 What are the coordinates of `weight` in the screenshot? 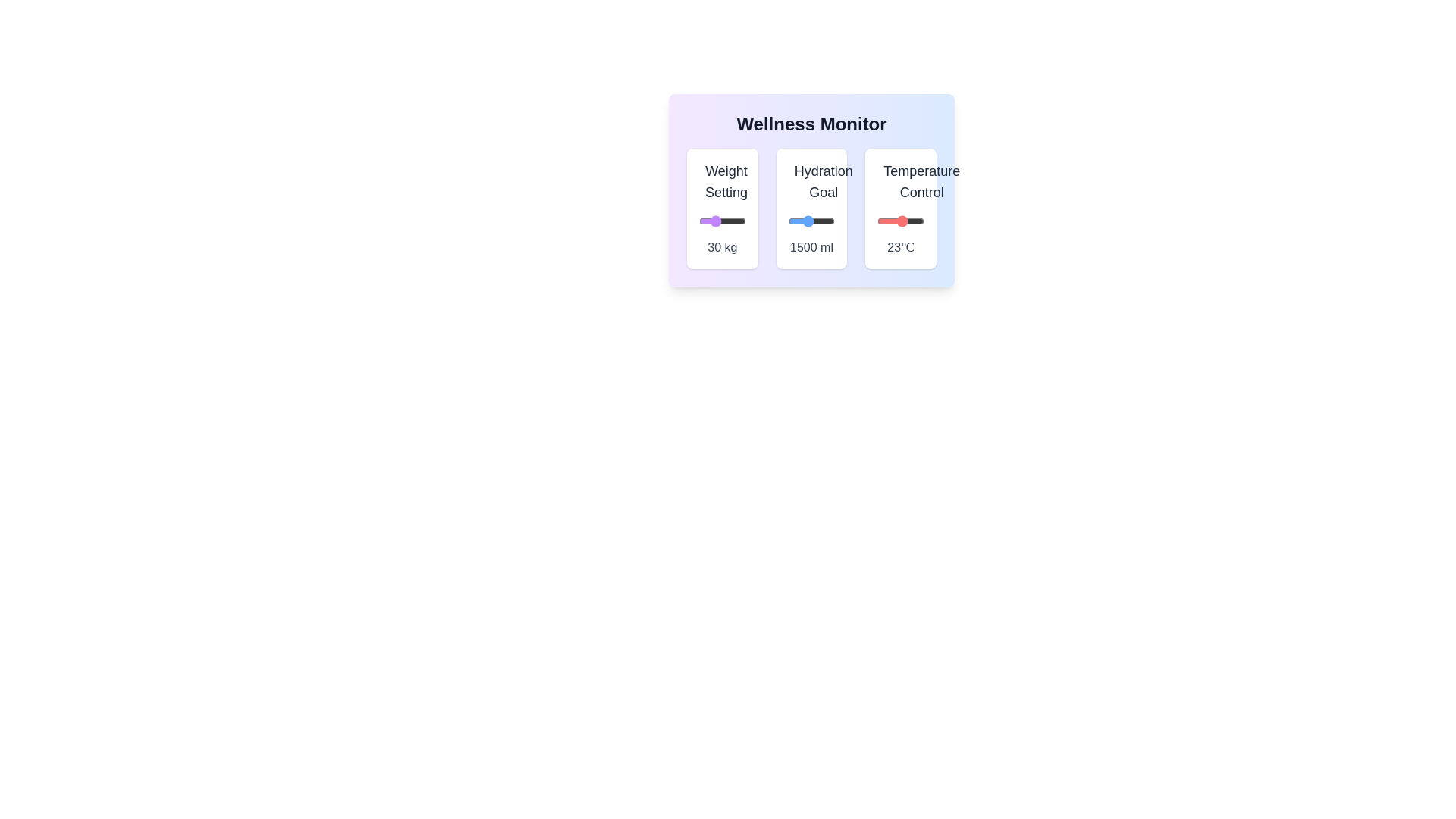 It's located at (736, 221).